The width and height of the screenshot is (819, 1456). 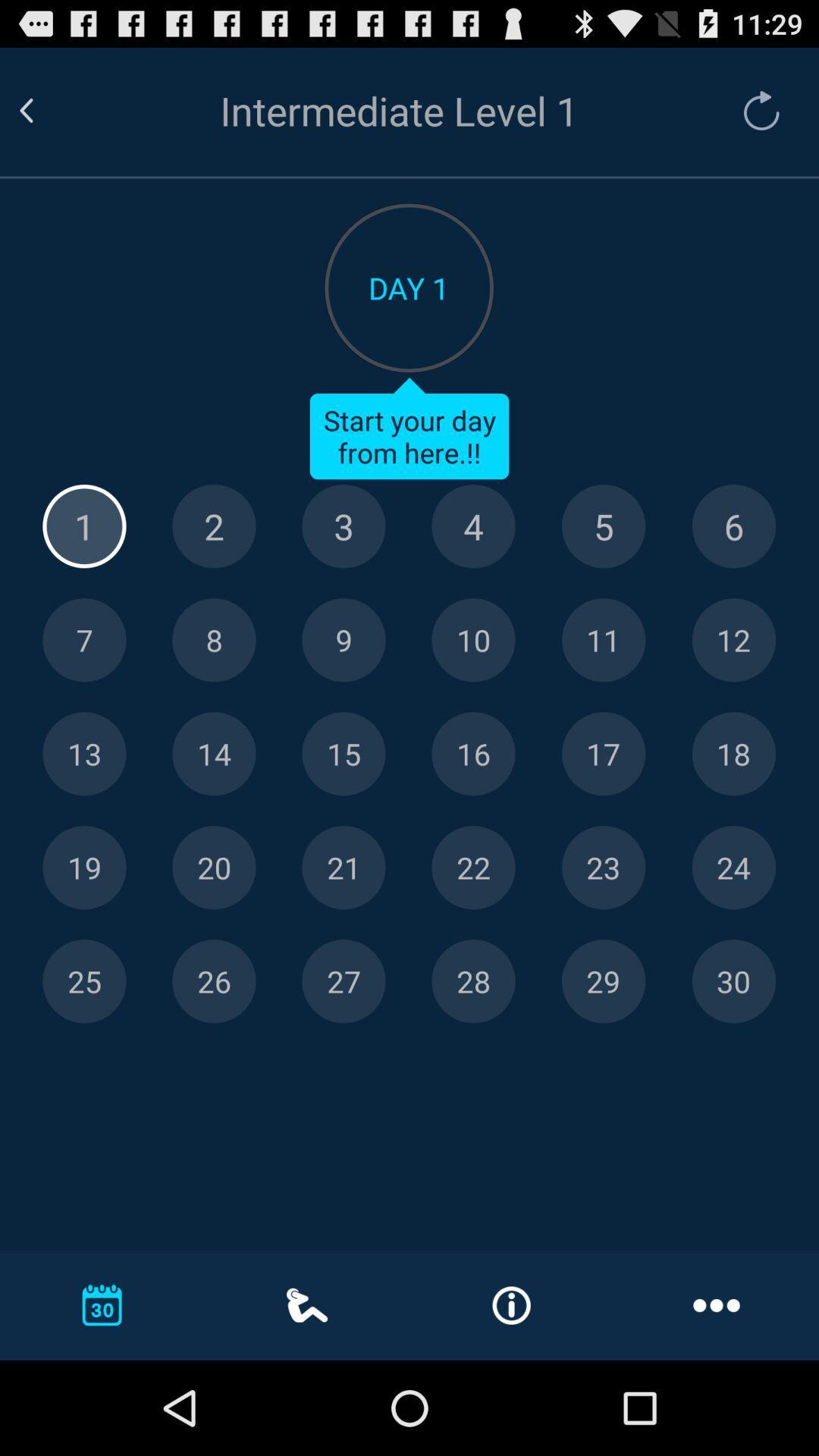 I want to click on day 6, so click(x=733, y=526).